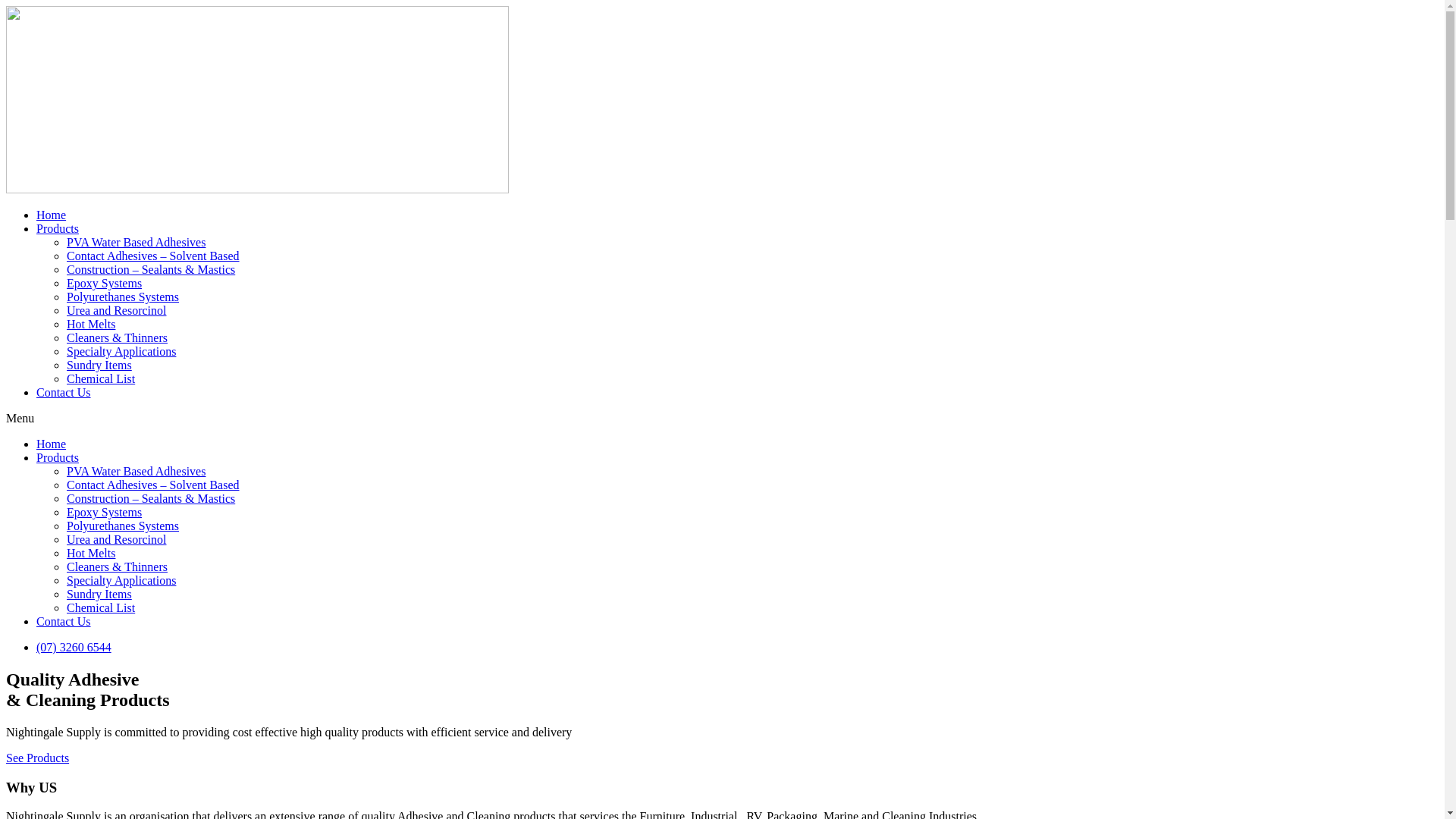 The width and height of the screenshot is (1456, 819). I want to click on 'Sundry Items', so click(98, 365).